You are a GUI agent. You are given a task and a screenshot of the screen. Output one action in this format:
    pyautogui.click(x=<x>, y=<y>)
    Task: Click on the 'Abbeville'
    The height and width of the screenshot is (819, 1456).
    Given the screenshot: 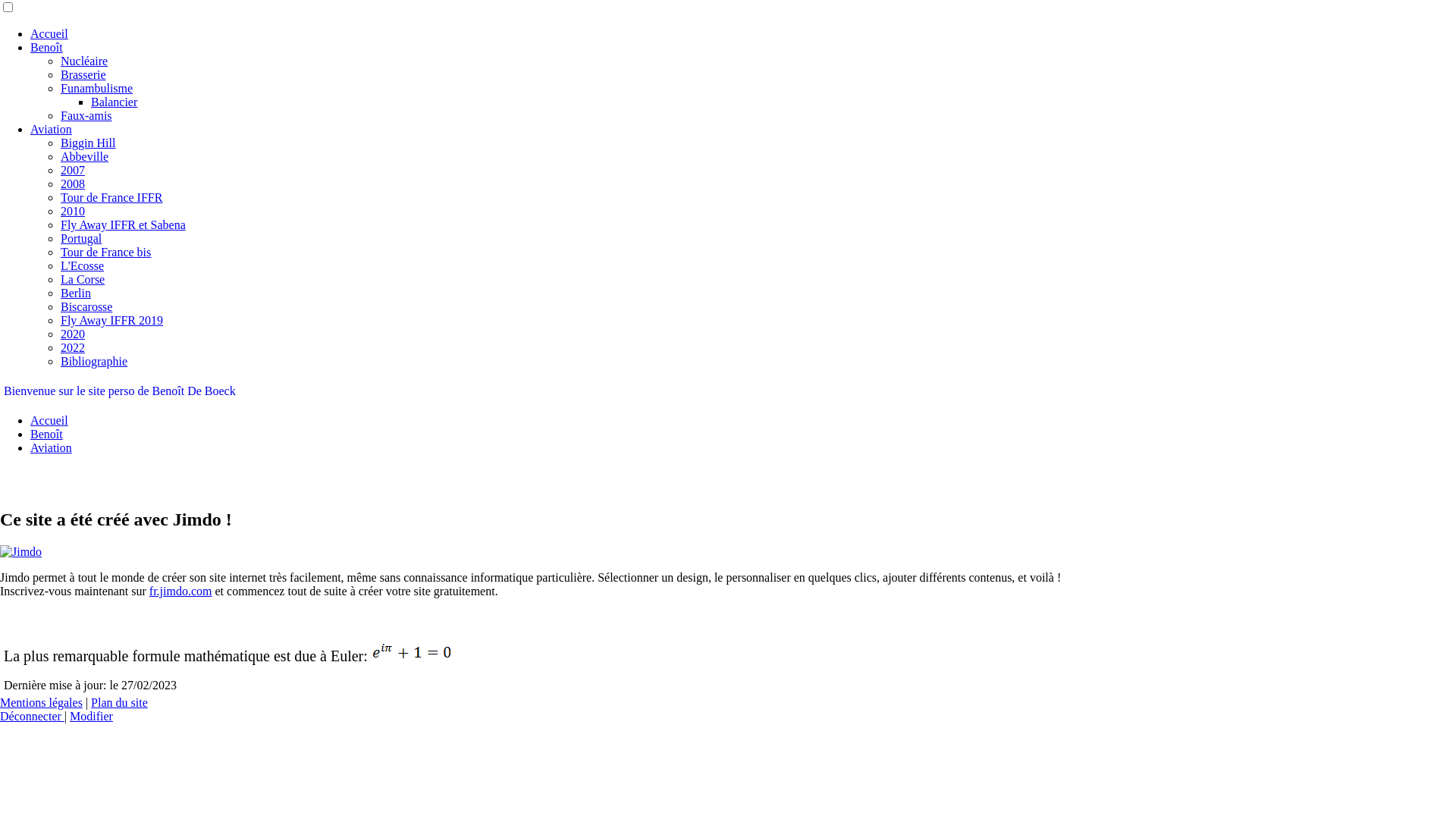 What is the action you would take?
    pyautogui.click(x=61, y=156)
    